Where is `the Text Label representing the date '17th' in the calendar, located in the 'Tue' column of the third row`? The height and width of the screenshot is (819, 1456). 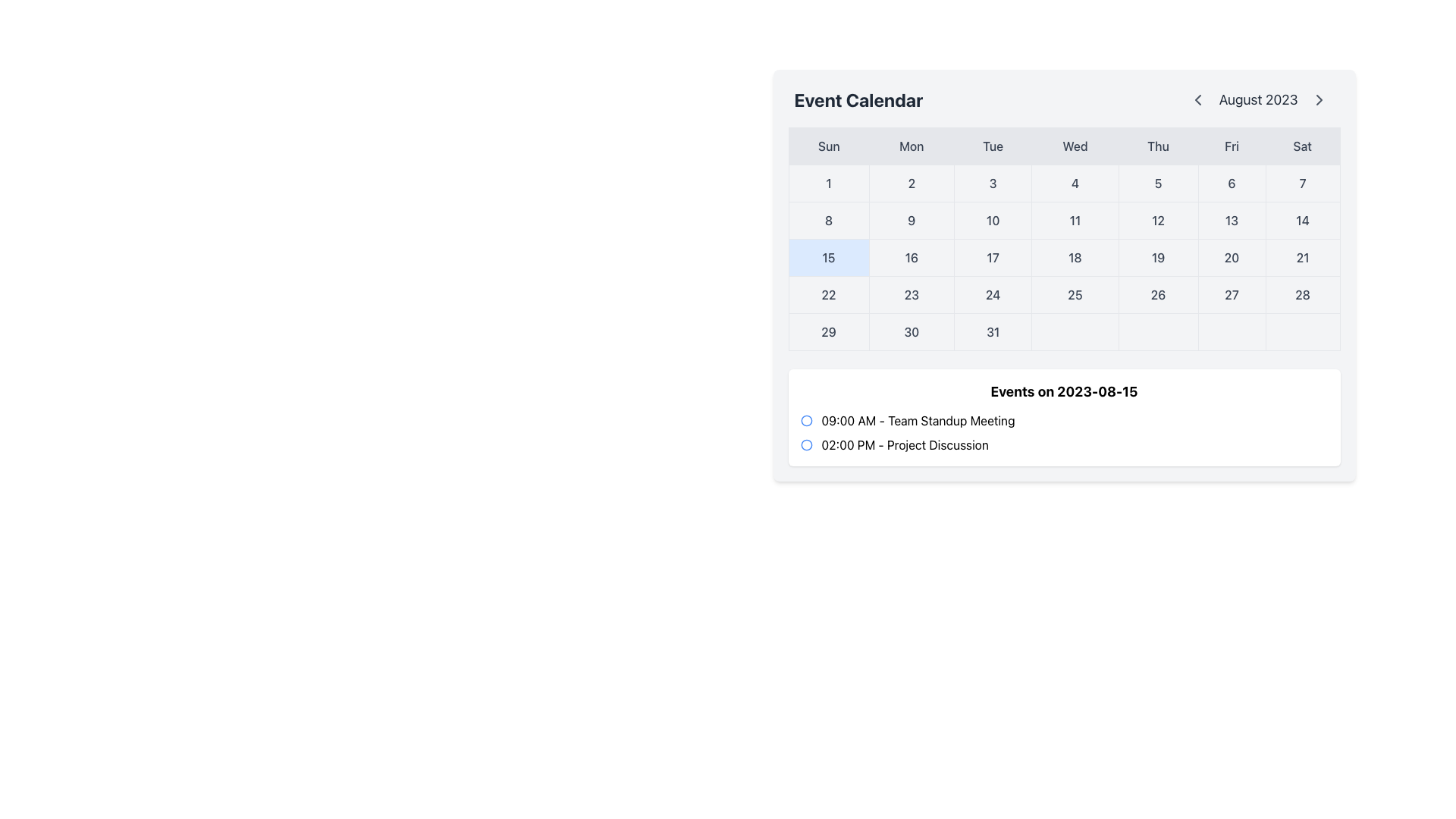
the Text Label representing the date '17th' in the calendar, located in the 'Tue' column of the third row is located at coordinates (993, 256).